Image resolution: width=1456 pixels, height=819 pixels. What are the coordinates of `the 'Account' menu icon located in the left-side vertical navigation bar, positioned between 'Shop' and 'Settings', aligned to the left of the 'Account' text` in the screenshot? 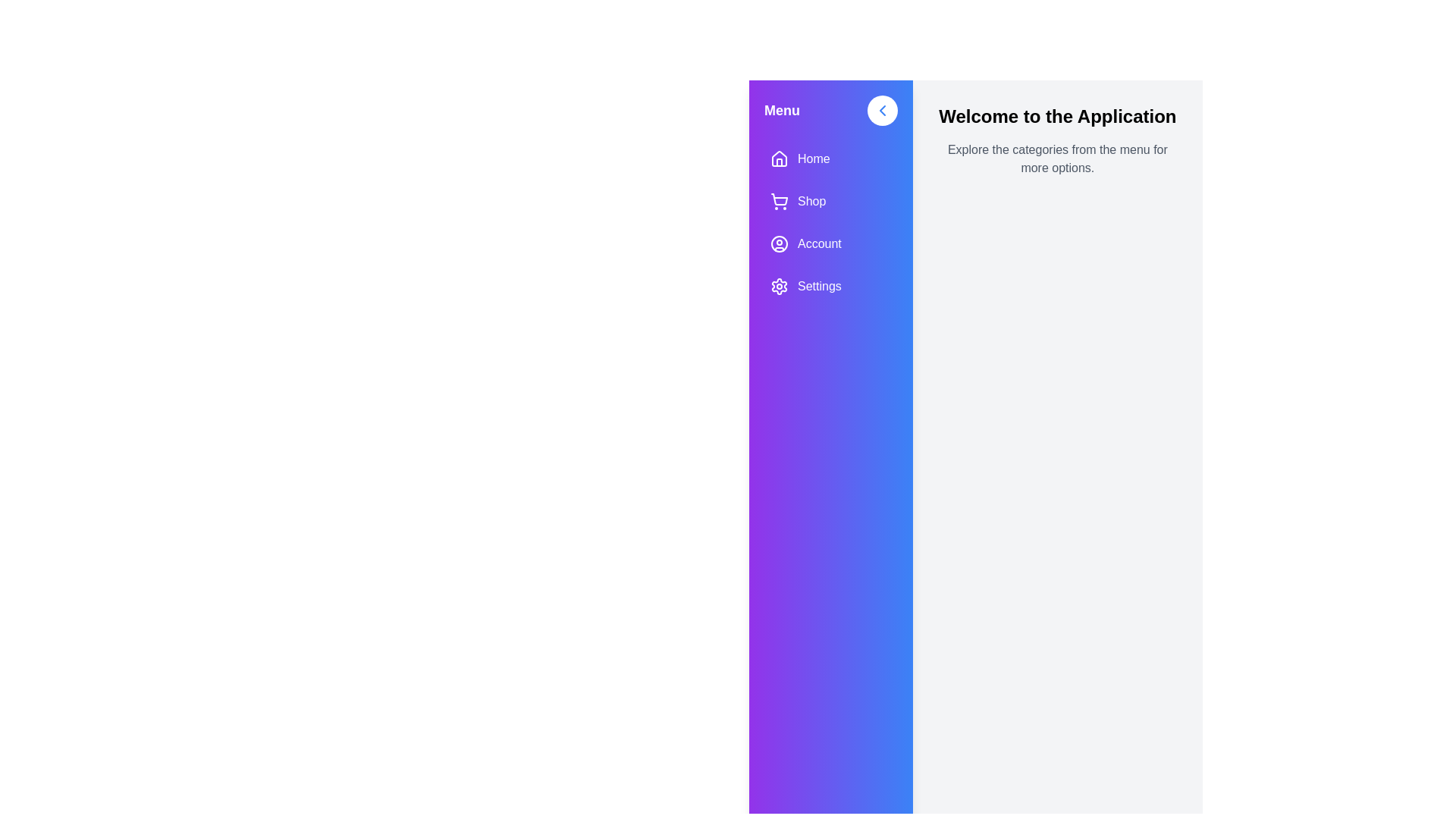 It's located at (779, 243).